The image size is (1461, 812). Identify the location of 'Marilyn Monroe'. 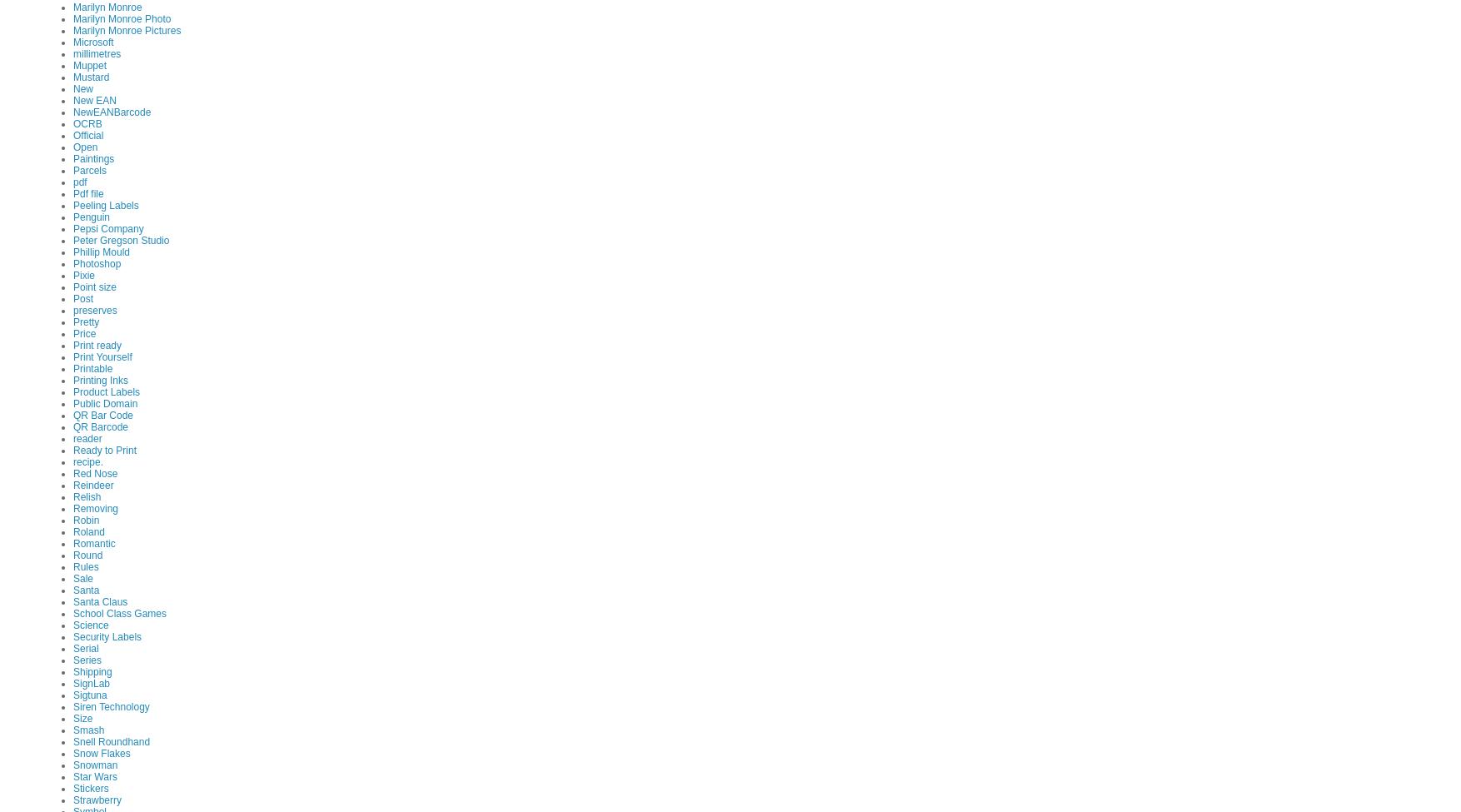
(73, 6).